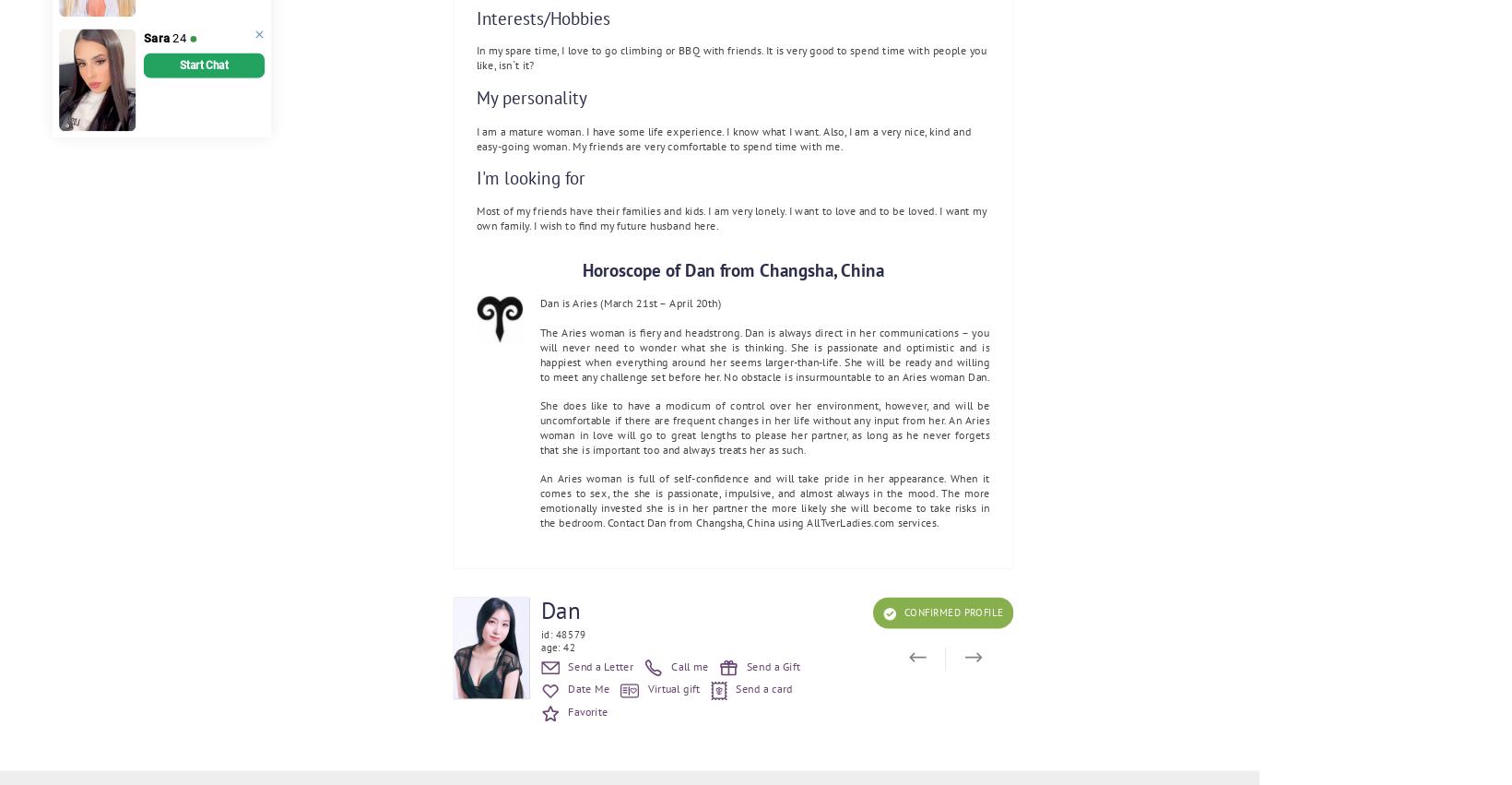 The width and height of the screenshot is (1512, 785). What do you see at coordinates (688, 664) in the screenshot?
I see `'Call me'` at bounding box center [688, 664].